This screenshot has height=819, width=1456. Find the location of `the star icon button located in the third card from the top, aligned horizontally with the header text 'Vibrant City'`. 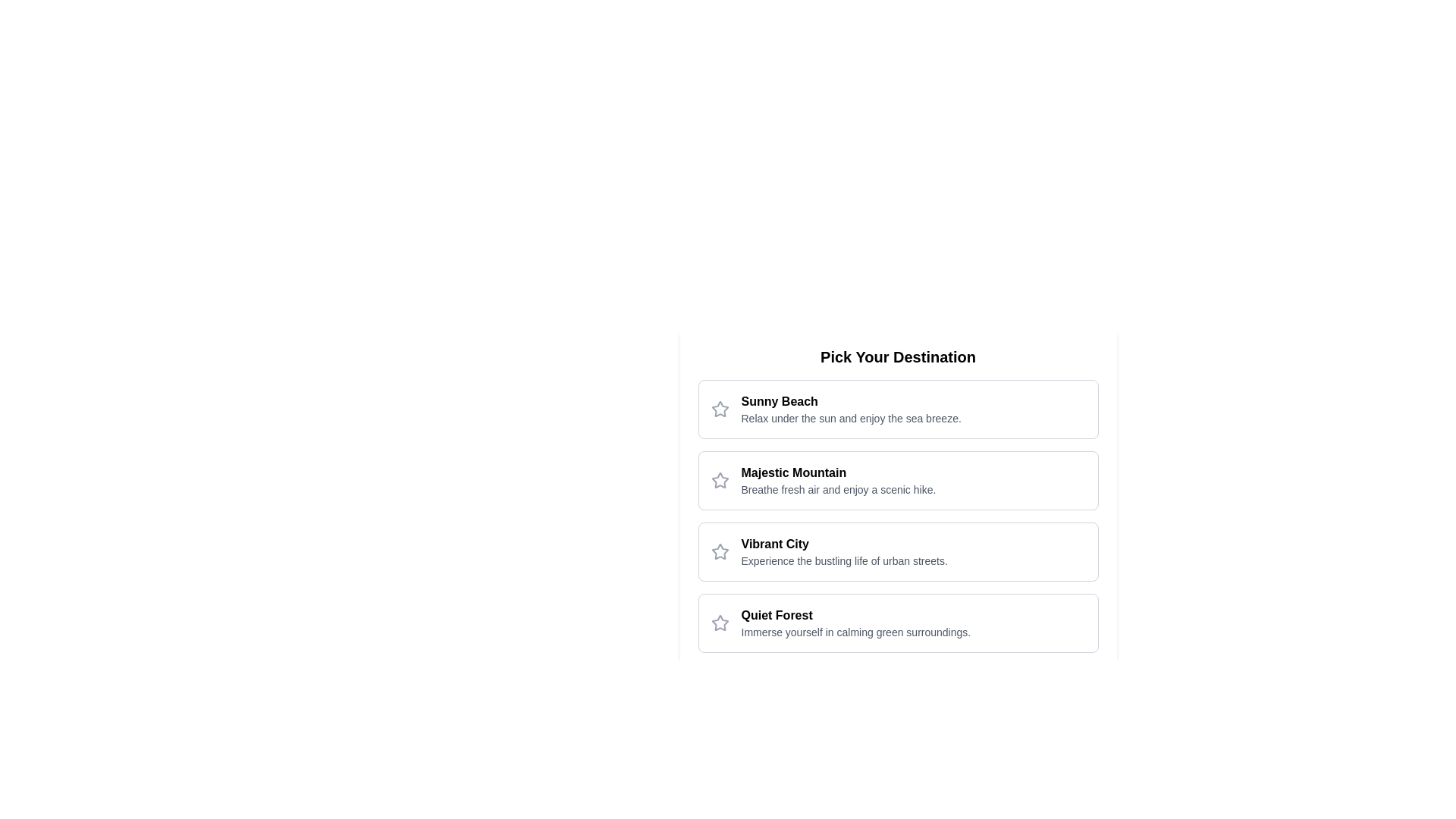

the star icon button located in the third card from the top, aligned horizontally with the header text 'Vibrant City' is located at coordinates (719, 552).